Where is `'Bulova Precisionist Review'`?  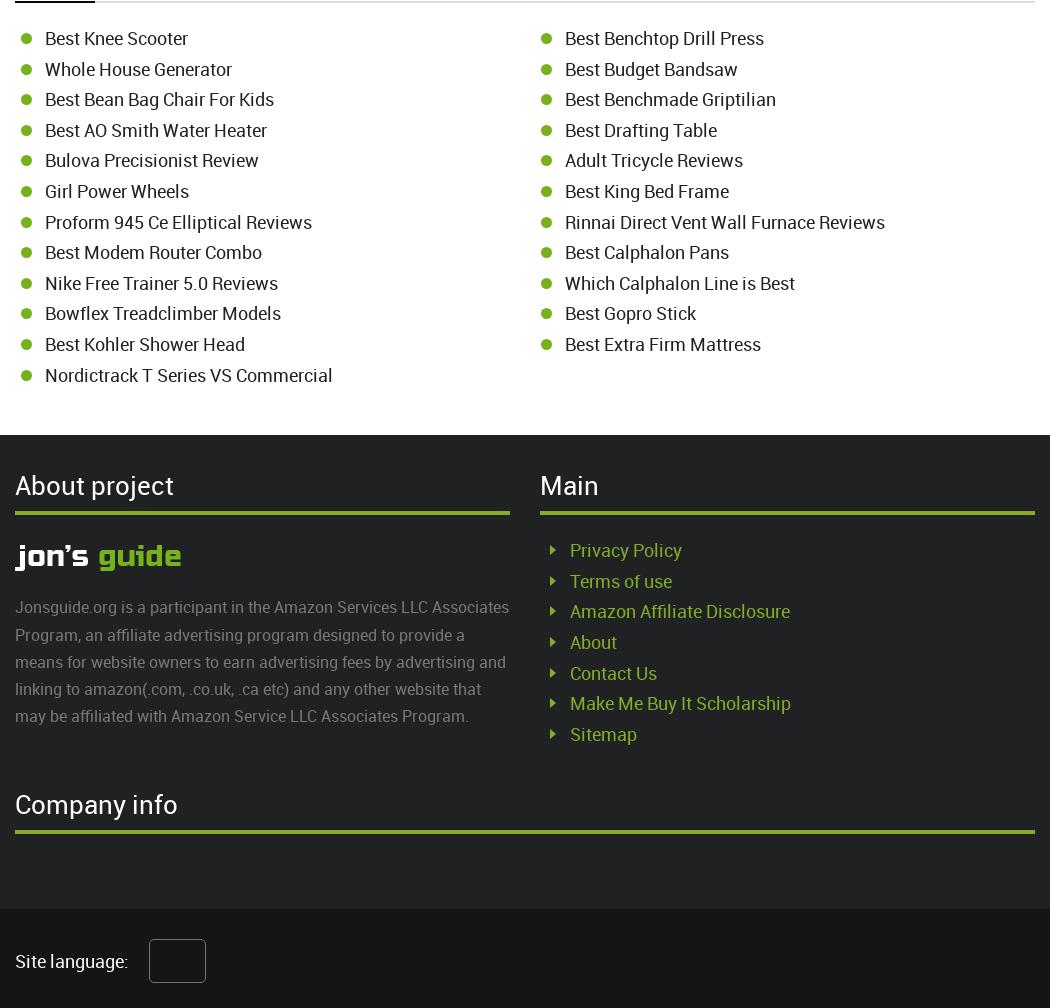 'Bulova Precisionist Review' is located at coordinates (44, 159).